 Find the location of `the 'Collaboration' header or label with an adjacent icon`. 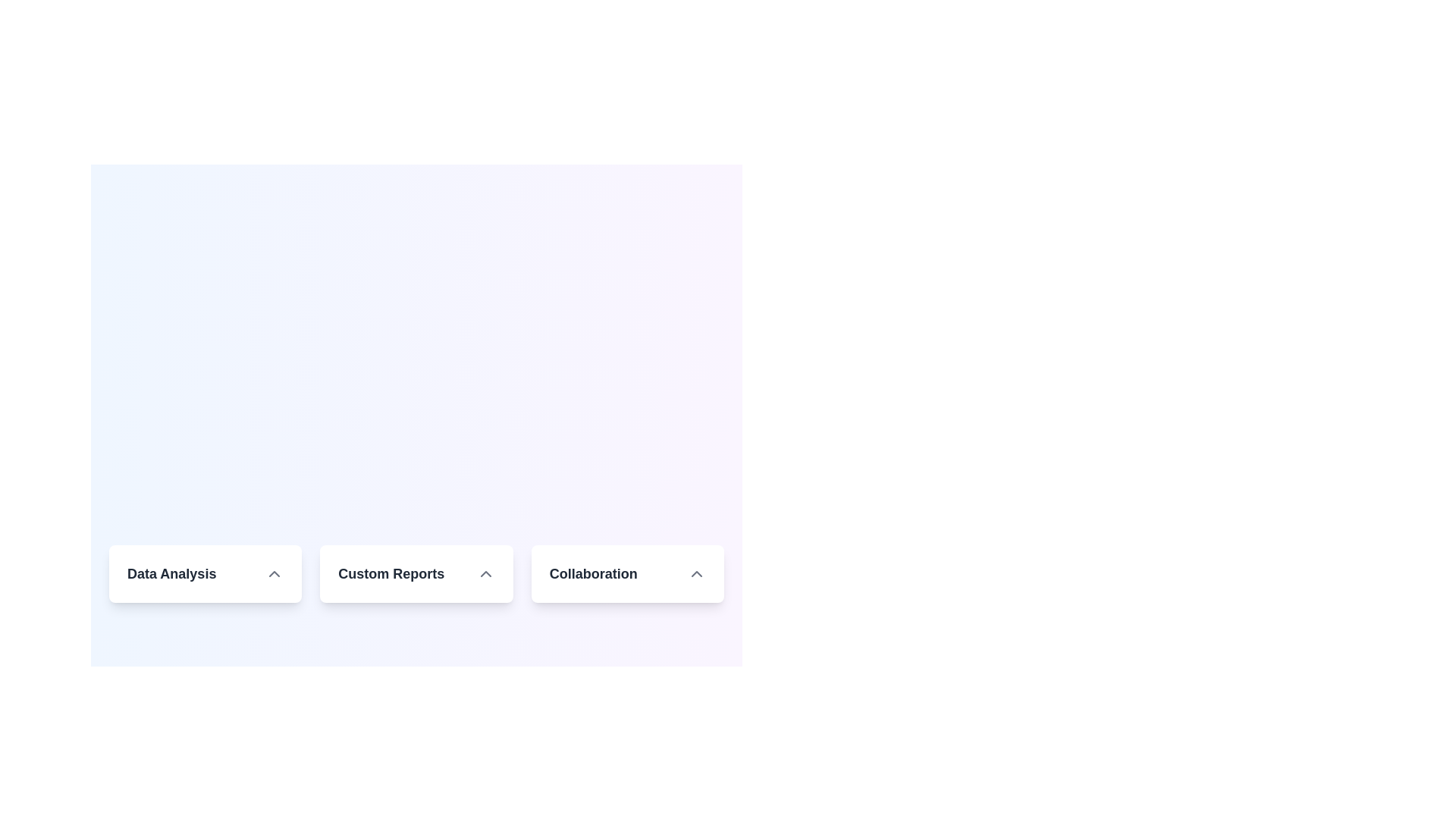

the 'Collaboration' header or label with an adjacent icon is located at coordinates (627, 573).